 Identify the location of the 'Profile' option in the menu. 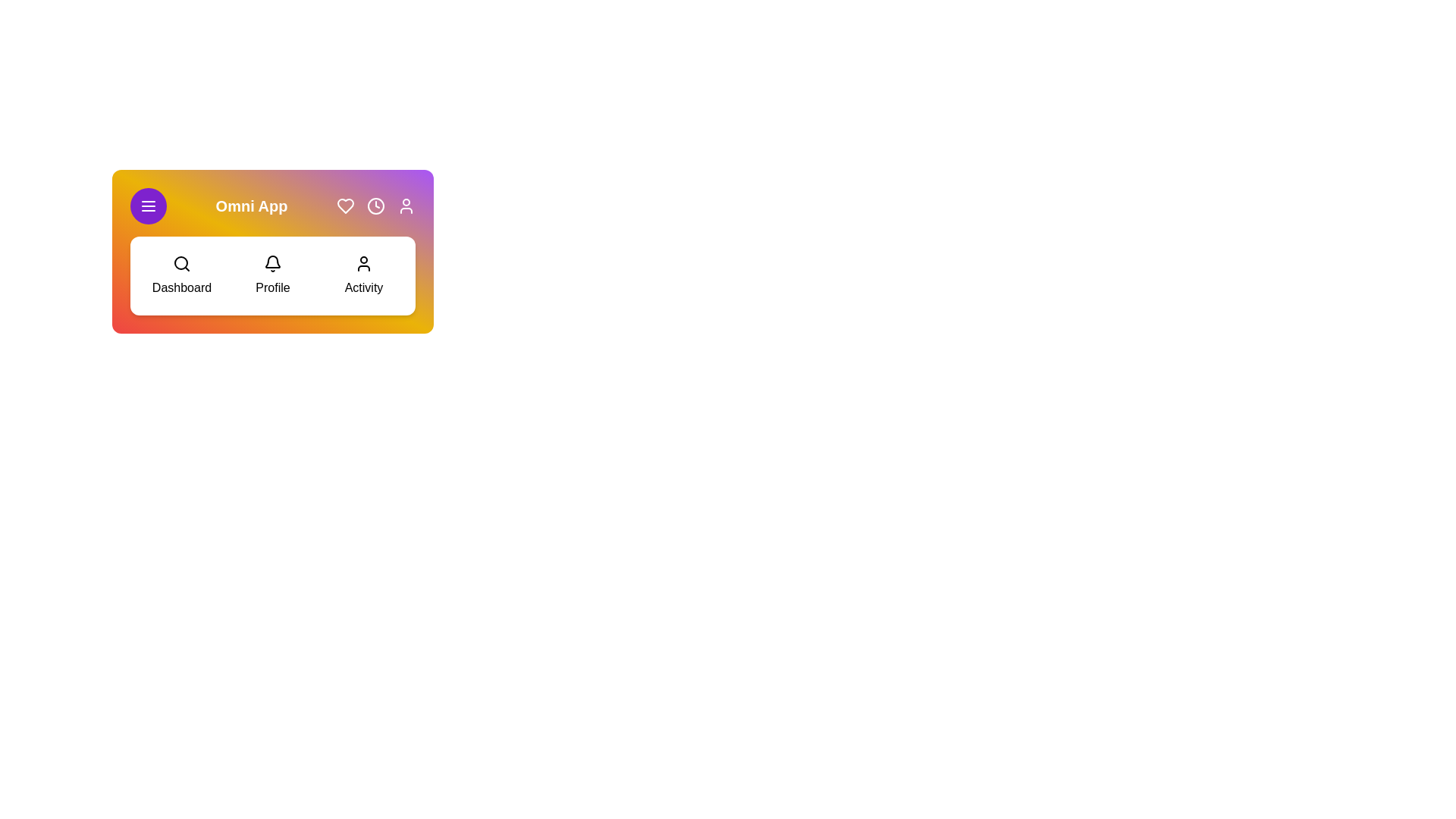
(273, 275).